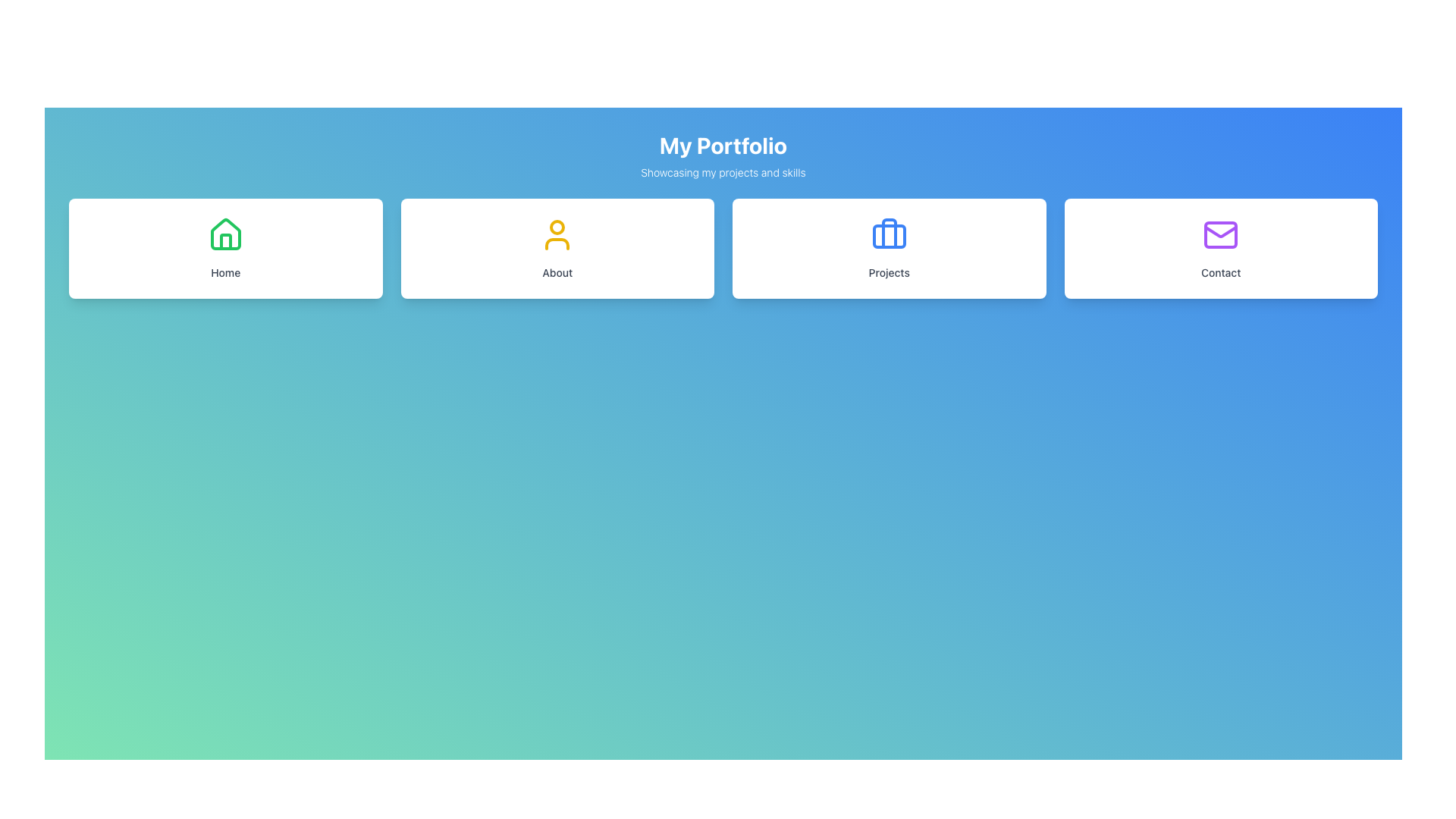  Describe the element at coordinates (1221, 231) in the screenshot. I see `the triangular flap of the envelope icon in the 'Contact' card, which is the fourth card under the 'My Portfolio' heading` at that location.